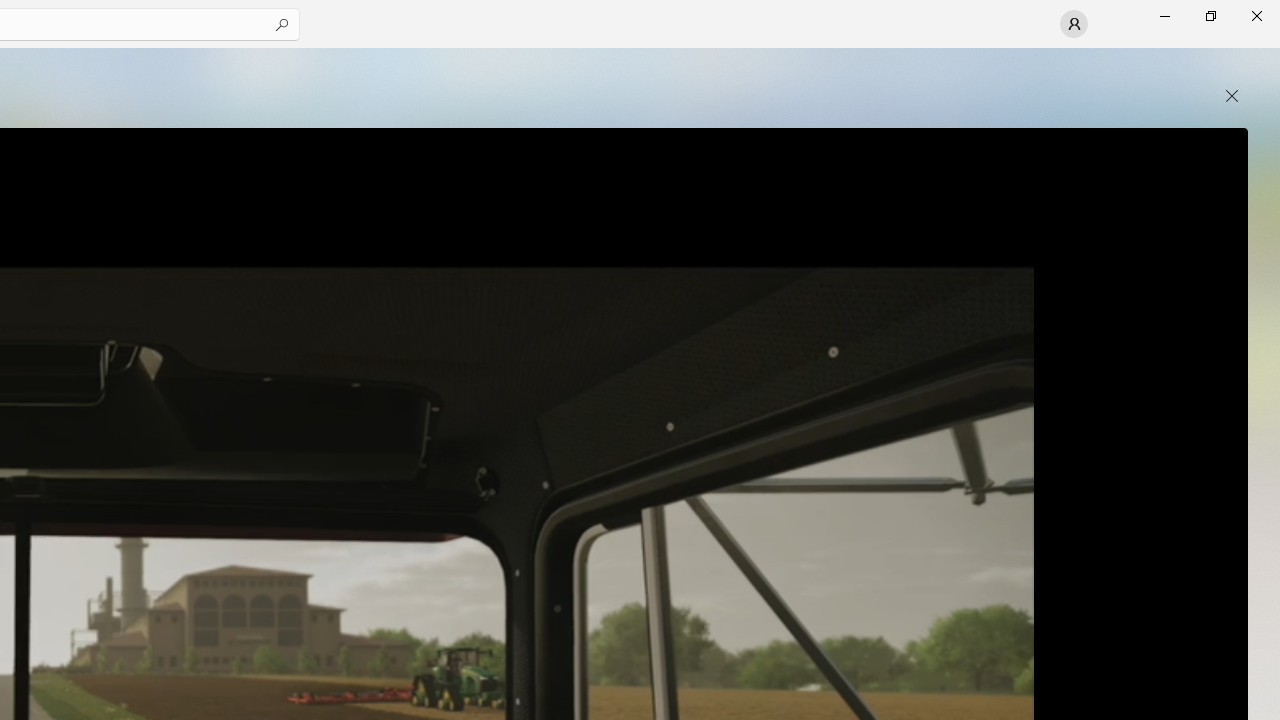 The height and width of the screenshot is (720, 1280). Describe the element at coordinates (1255, 15) in the screenshot. I see `'Close Microsoft Store'` at that location.